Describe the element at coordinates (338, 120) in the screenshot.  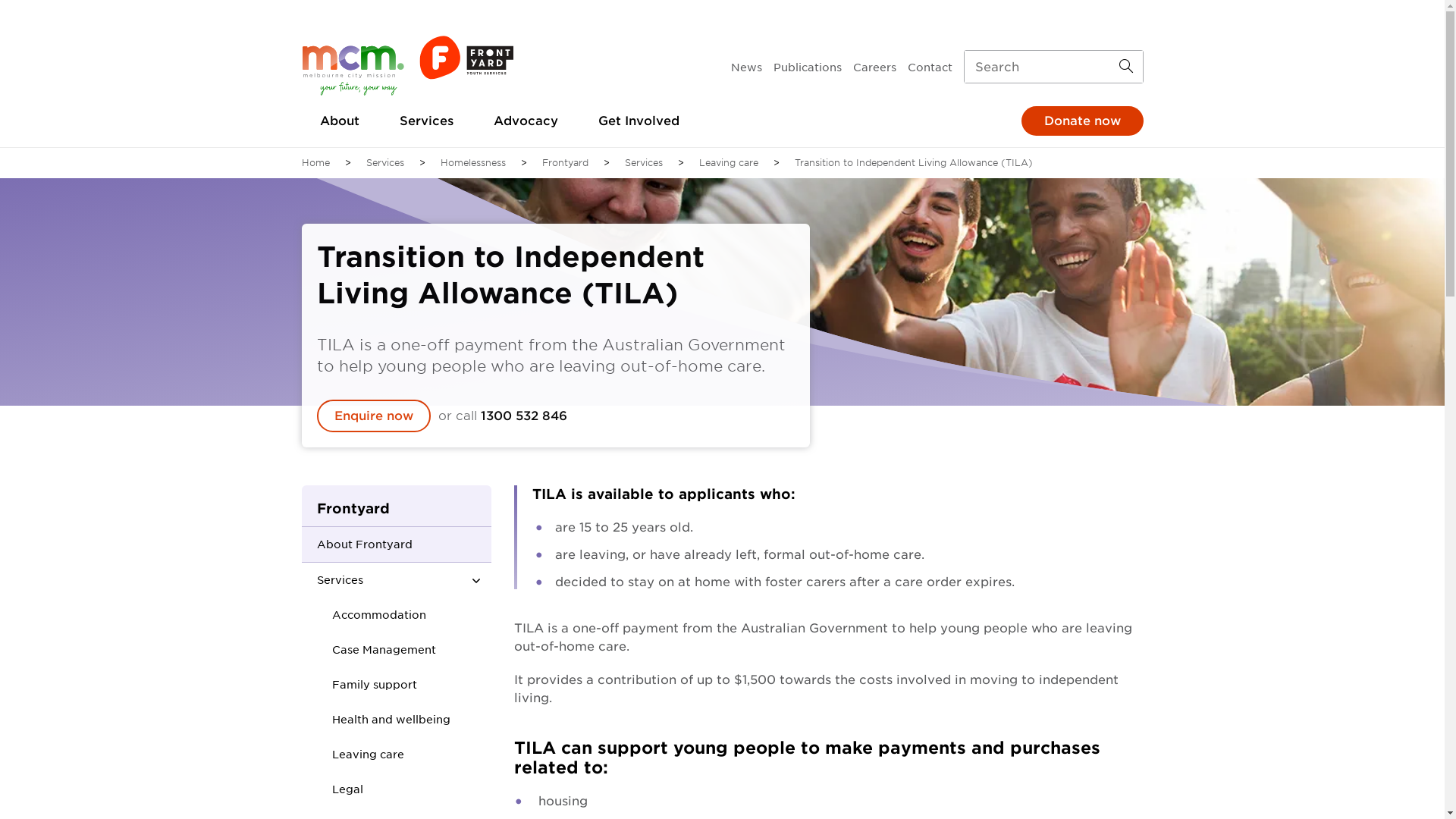
I see `'About'` at that location.